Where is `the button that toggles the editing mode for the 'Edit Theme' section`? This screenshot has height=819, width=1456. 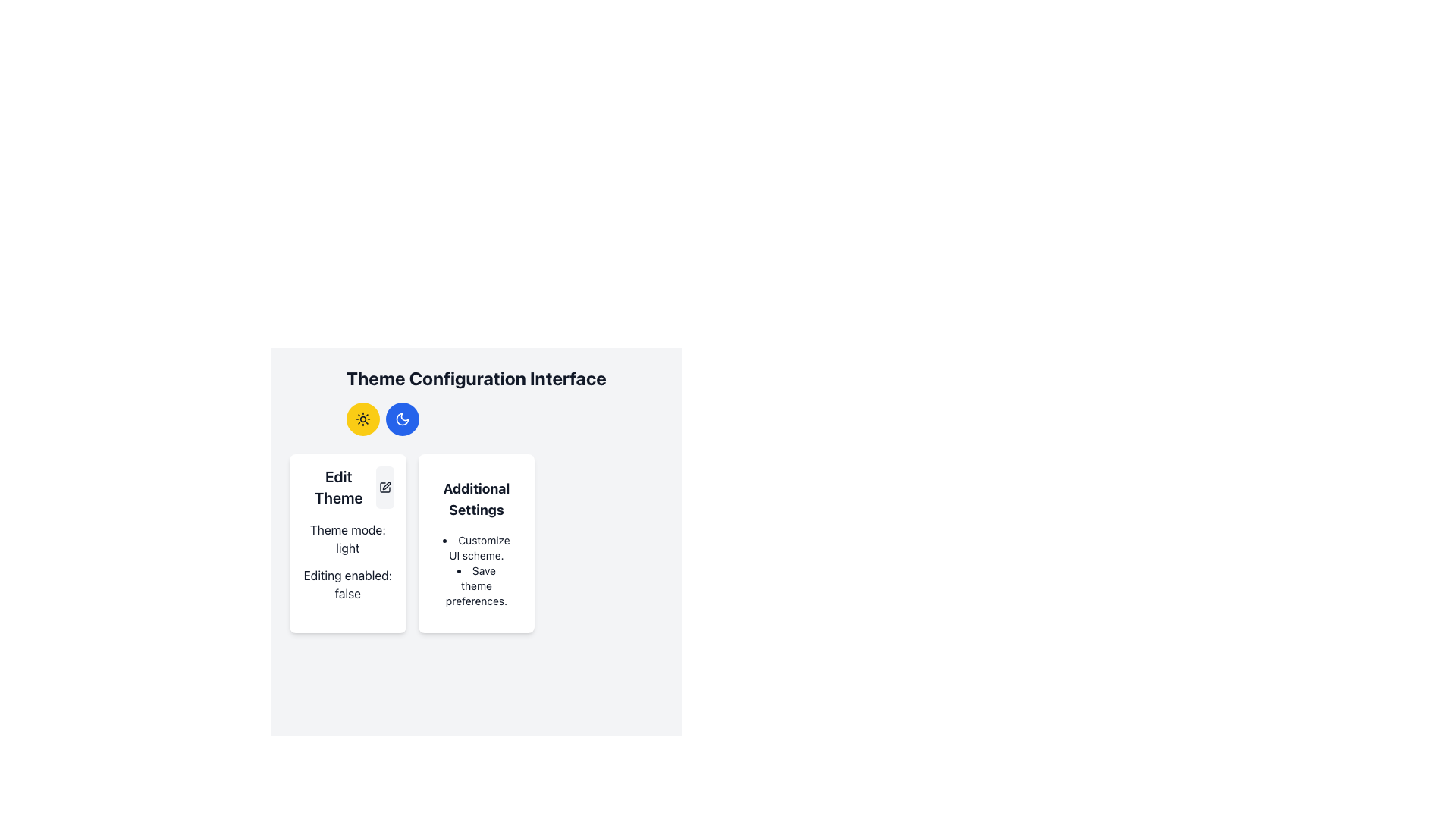 the button that toggles the editing mode for the 'Edit Theme' section is located at coordinates (384, 488).